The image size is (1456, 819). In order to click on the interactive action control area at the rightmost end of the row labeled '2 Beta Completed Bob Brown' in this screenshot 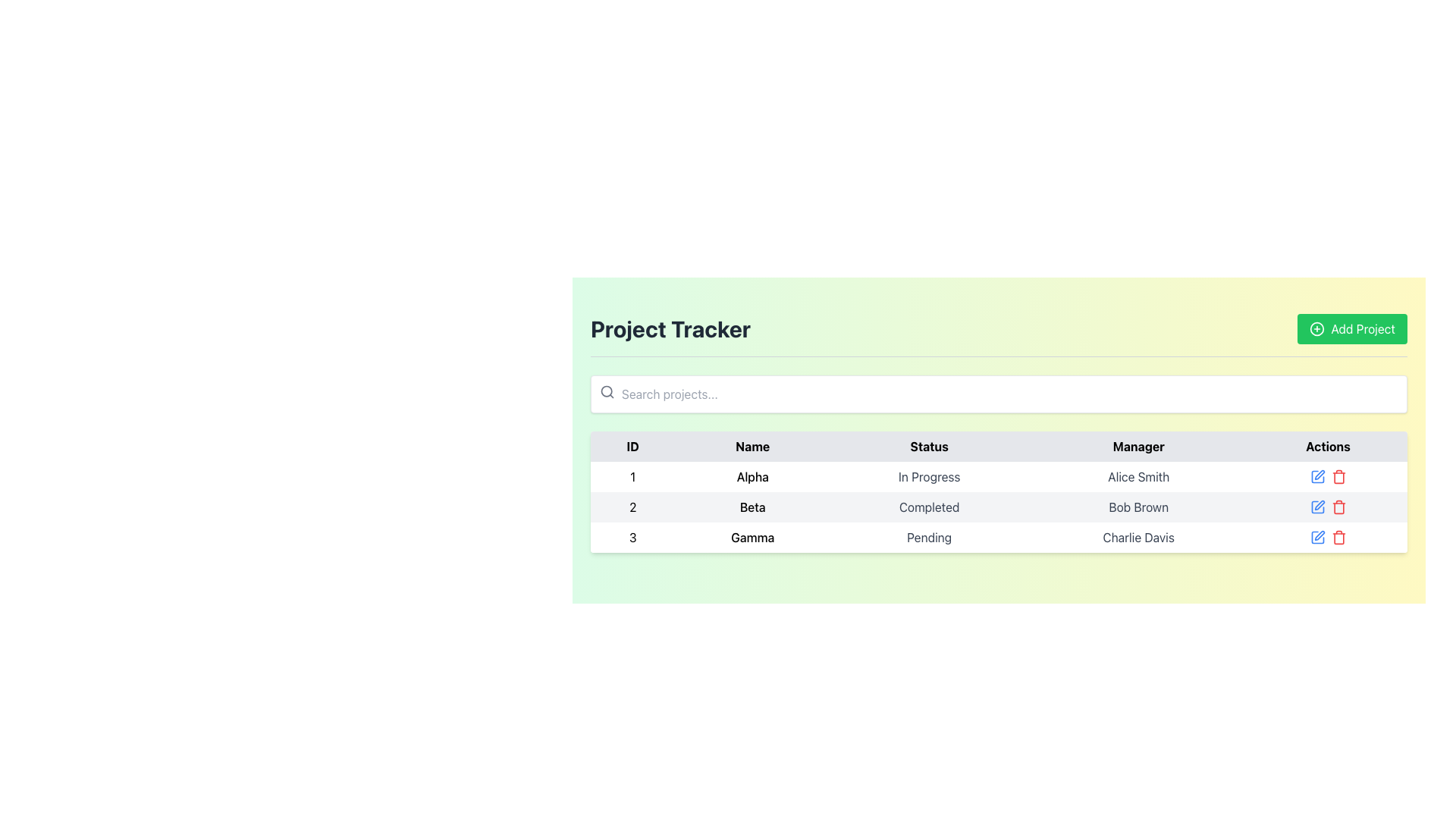, I will do `click(1327, 507)`.